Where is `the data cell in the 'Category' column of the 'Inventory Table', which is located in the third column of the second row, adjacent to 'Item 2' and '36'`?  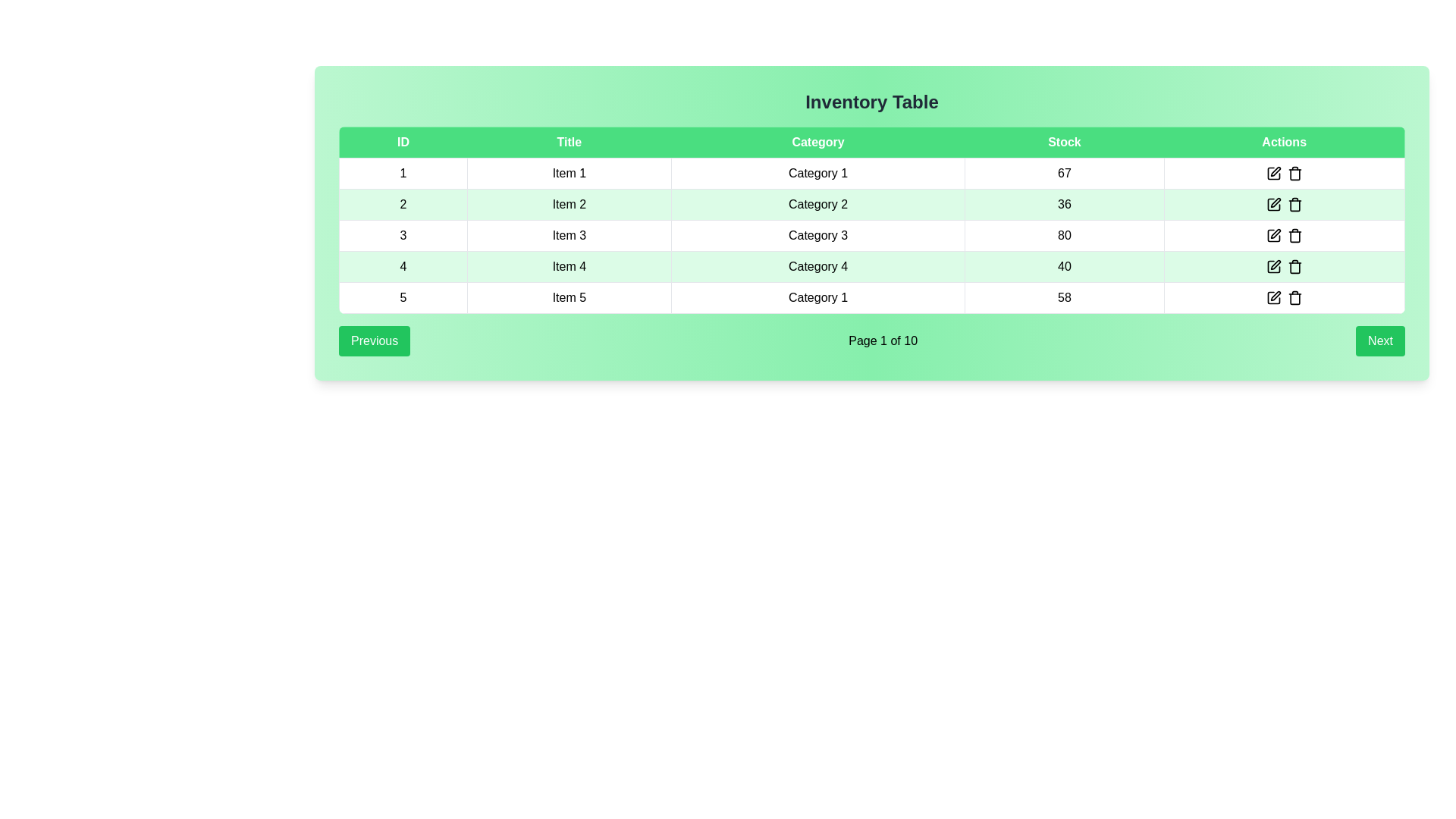
the data cell in the 'Category' column of the 'Inventory Table', which is located in the third column of the second row, adjacent to 'Item 2' and '36' is located at coordinates (817, 205).